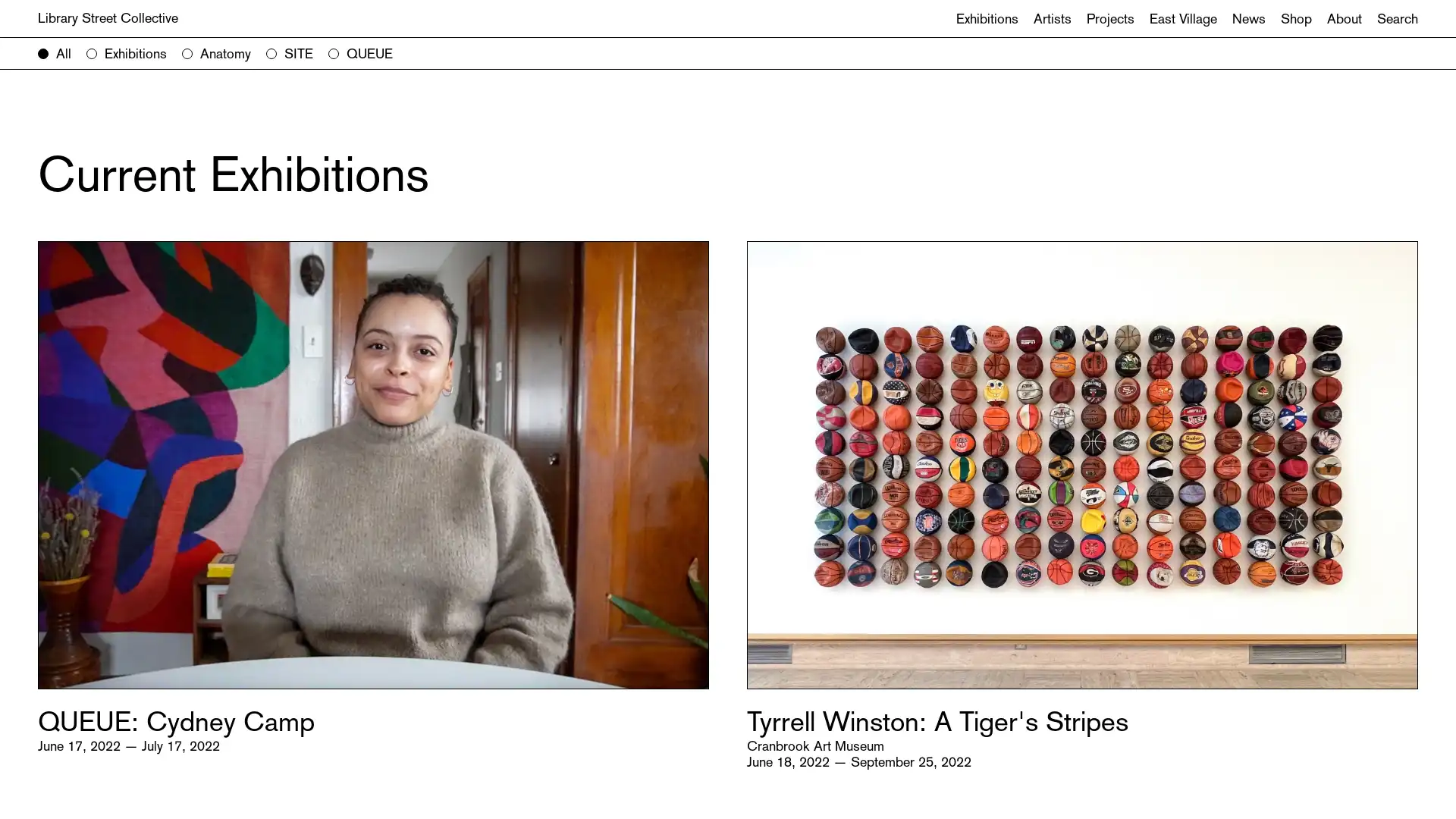 Image resolution: width=1456 pixels, height=819 pixels. I want to click on Search, so click(728, 447).